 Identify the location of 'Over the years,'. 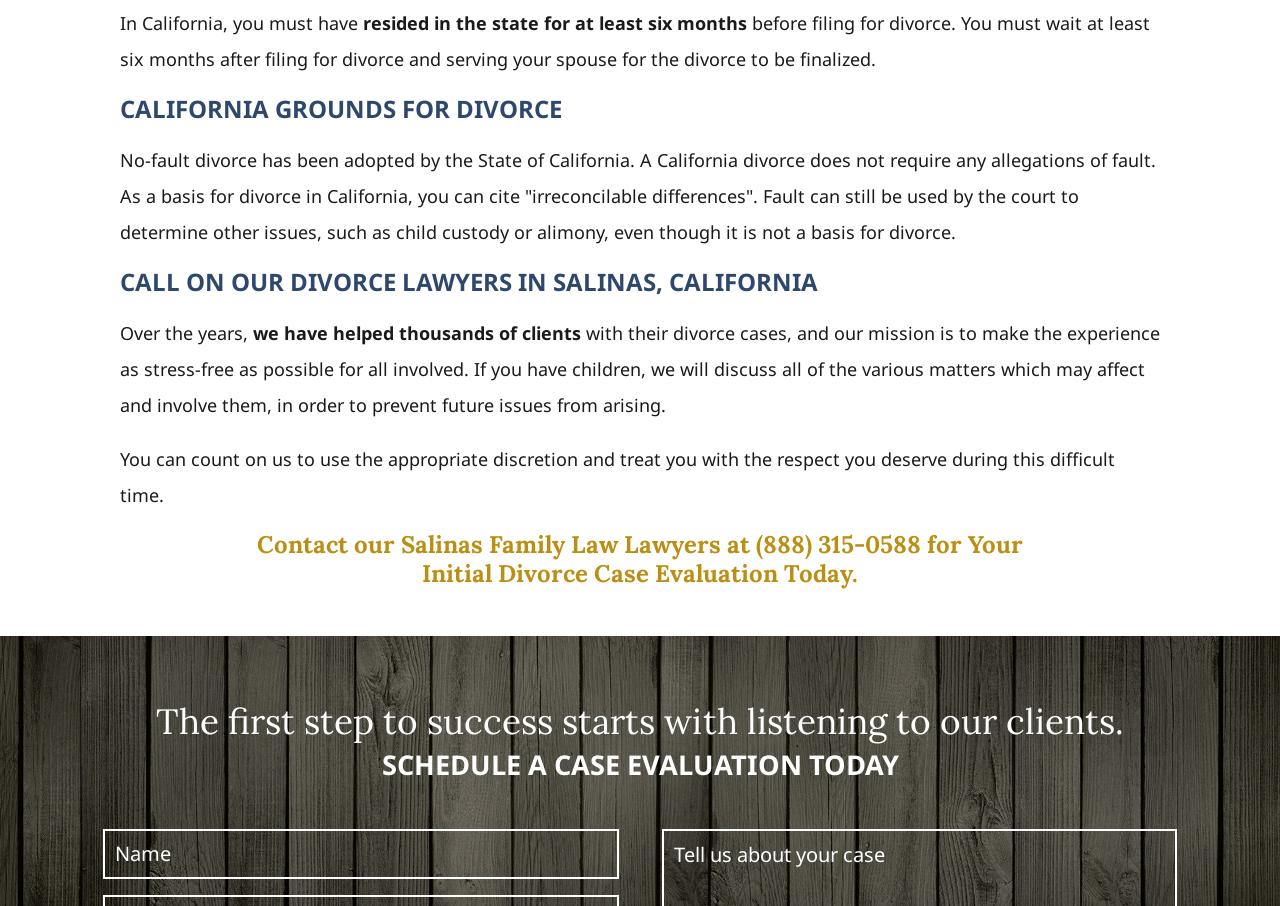
(119, 332).